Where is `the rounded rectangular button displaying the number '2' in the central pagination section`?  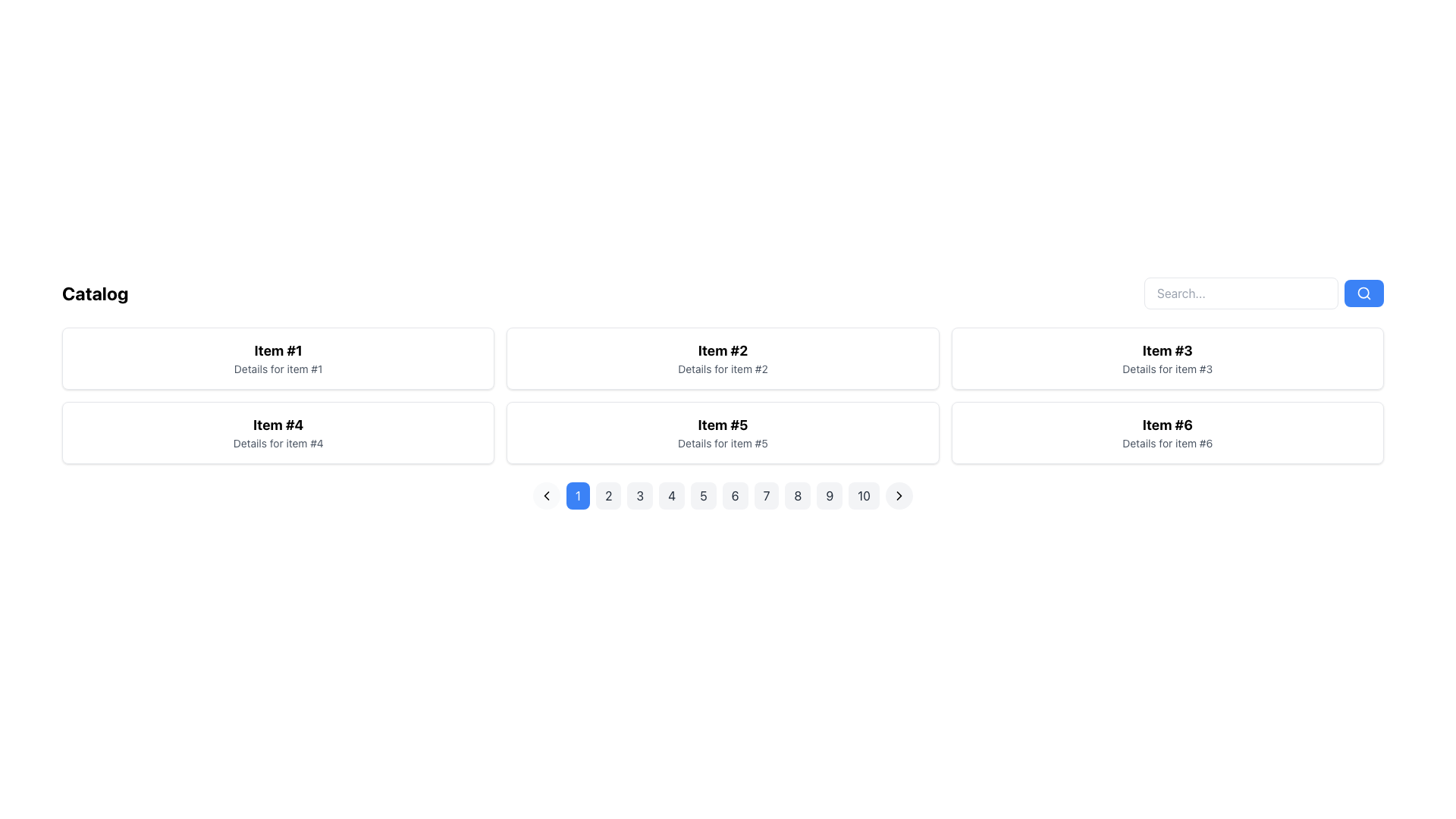
the rounded rectangular button displaying the number '2' in the central pagination section is located at coordinates (608, 496).